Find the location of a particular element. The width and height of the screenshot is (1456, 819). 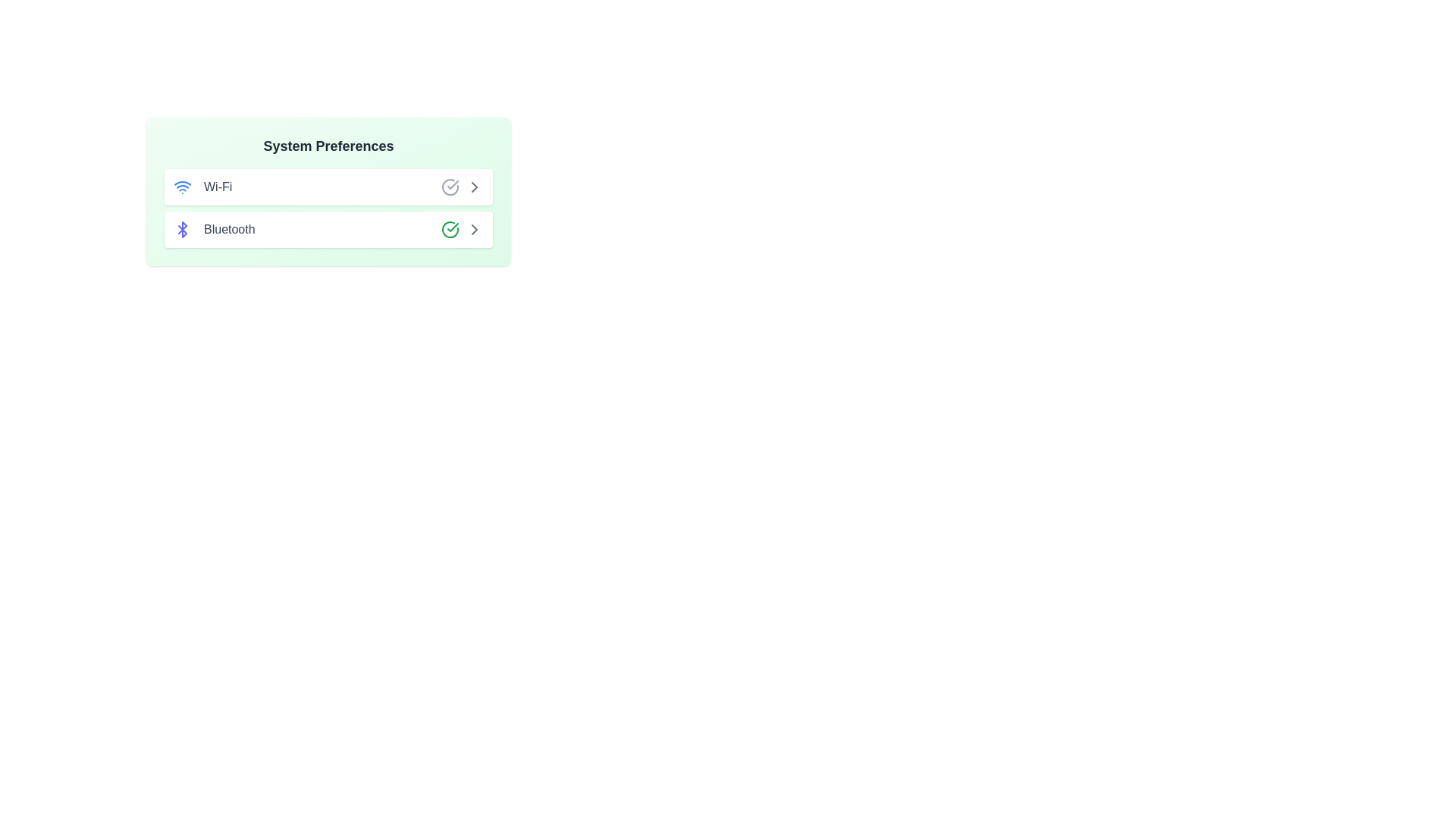

the arrow icon next to Bluetooth to toggle its status is located at coordinates (473, 230).